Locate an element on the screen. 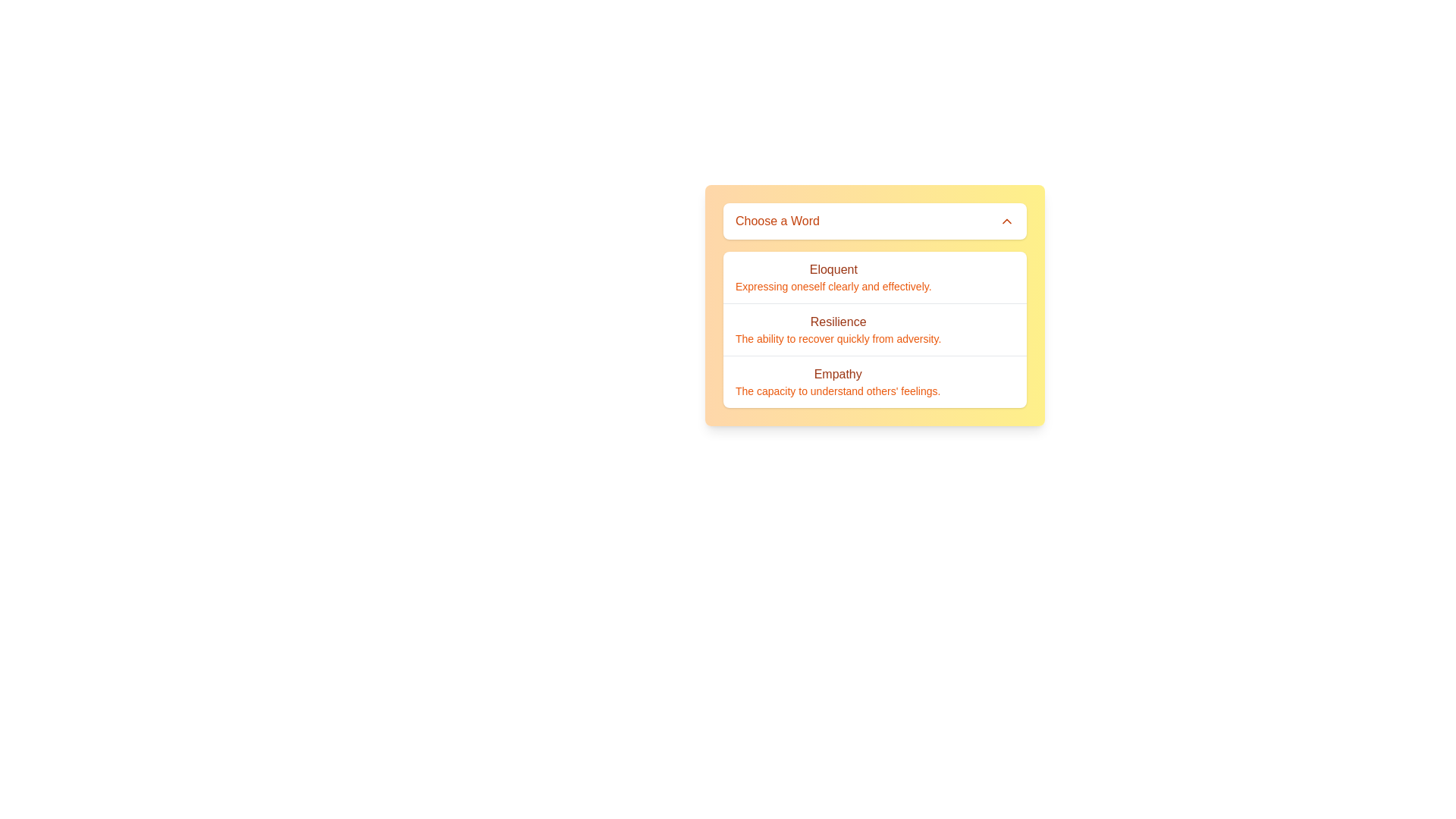  the text element providing a brief explanation of the term 'Empathy' located within the dropdown menu with a yellow gradient background, positioned below the entry 'Empathy' is located at coordinates (837, 391).